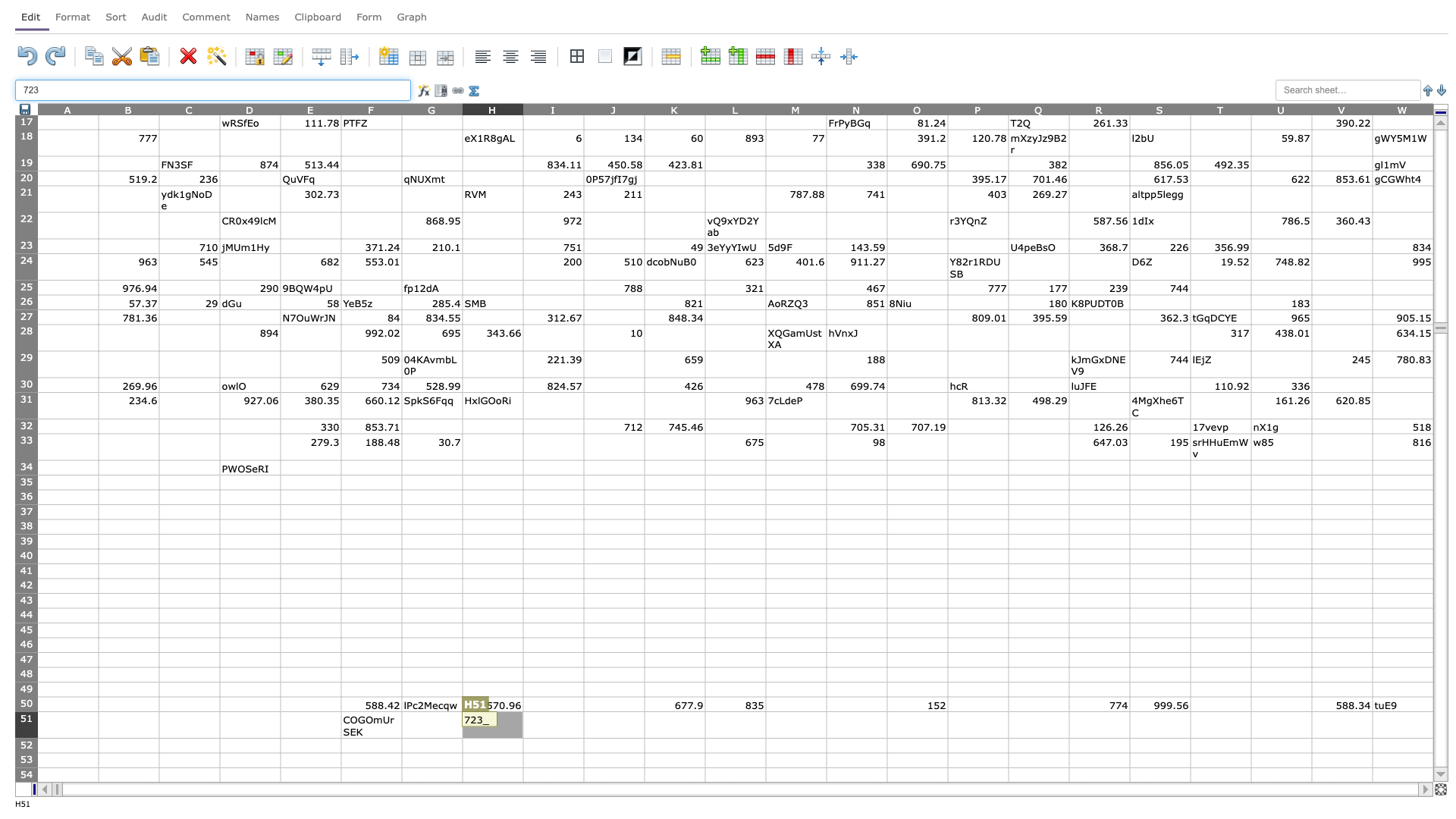 This screenshot has width=1456, height=819. What do you see at coordinates (523, 711) in the screenshot?
I see `Top left corner of I-51` at bounding box center [523, 711].